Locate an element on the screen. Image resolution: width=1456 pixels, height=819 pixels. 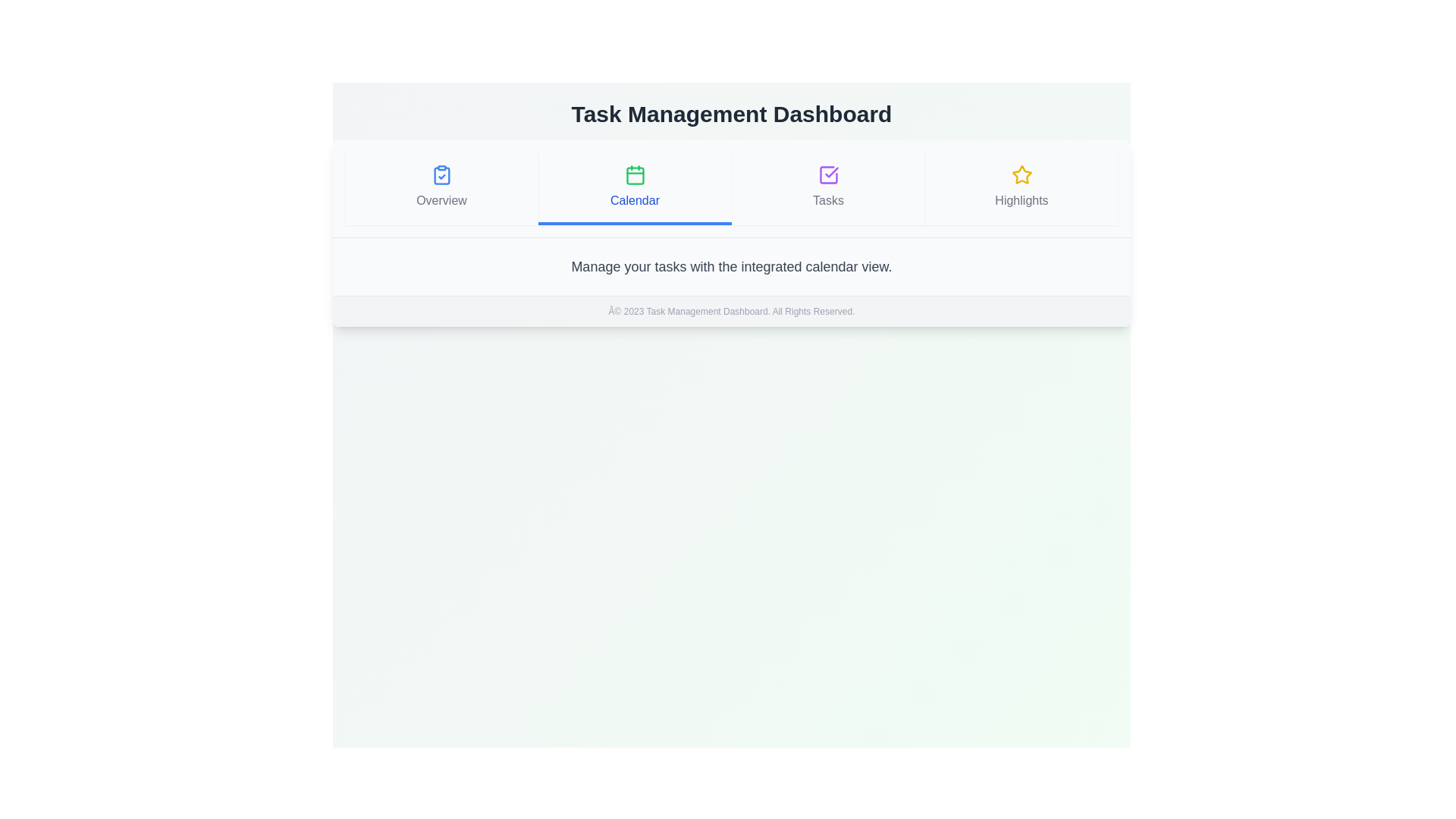
copyright information text located in the footer of the Task Management Dashboard application, positioned below the task management text is located at coordinates (731, 309).